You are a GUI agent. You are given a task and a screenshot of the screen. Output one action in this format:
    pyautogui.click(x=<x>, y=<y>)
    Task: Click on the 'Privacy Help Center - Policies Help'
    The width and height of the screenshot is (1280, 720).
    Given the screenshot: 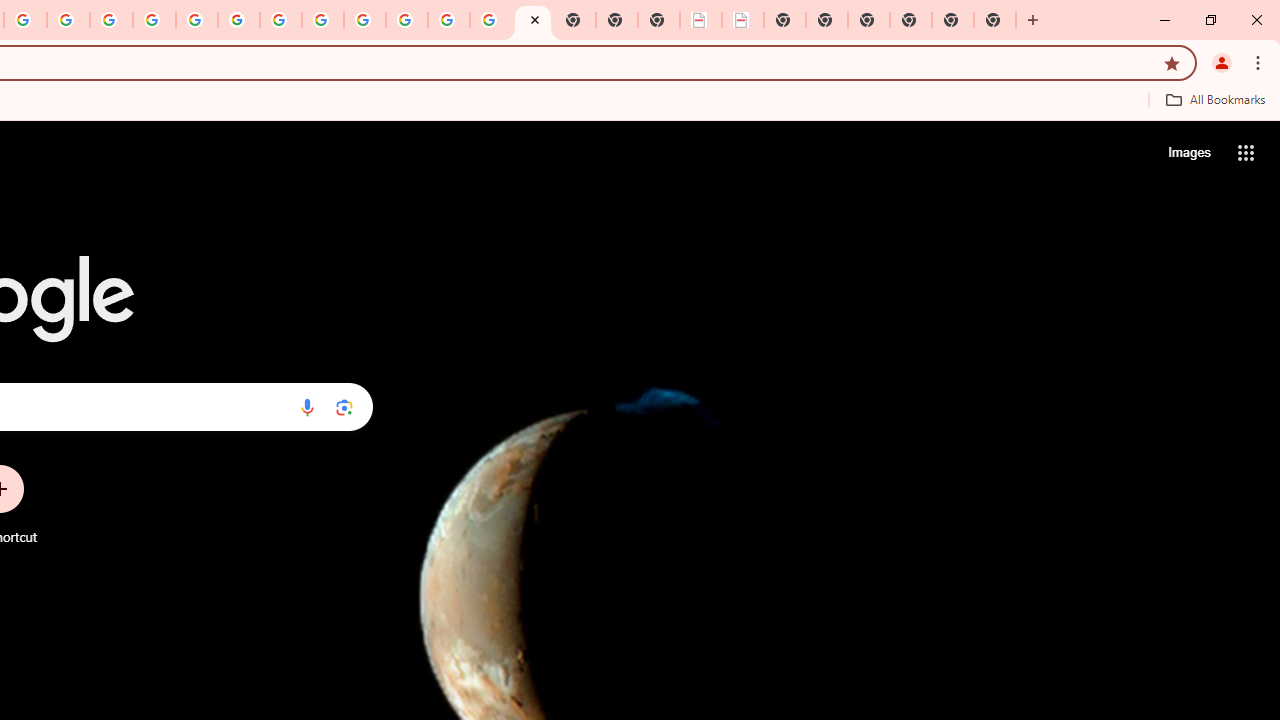 What is the action you would take?
    pyautogui.click(x=153, y=20)
    